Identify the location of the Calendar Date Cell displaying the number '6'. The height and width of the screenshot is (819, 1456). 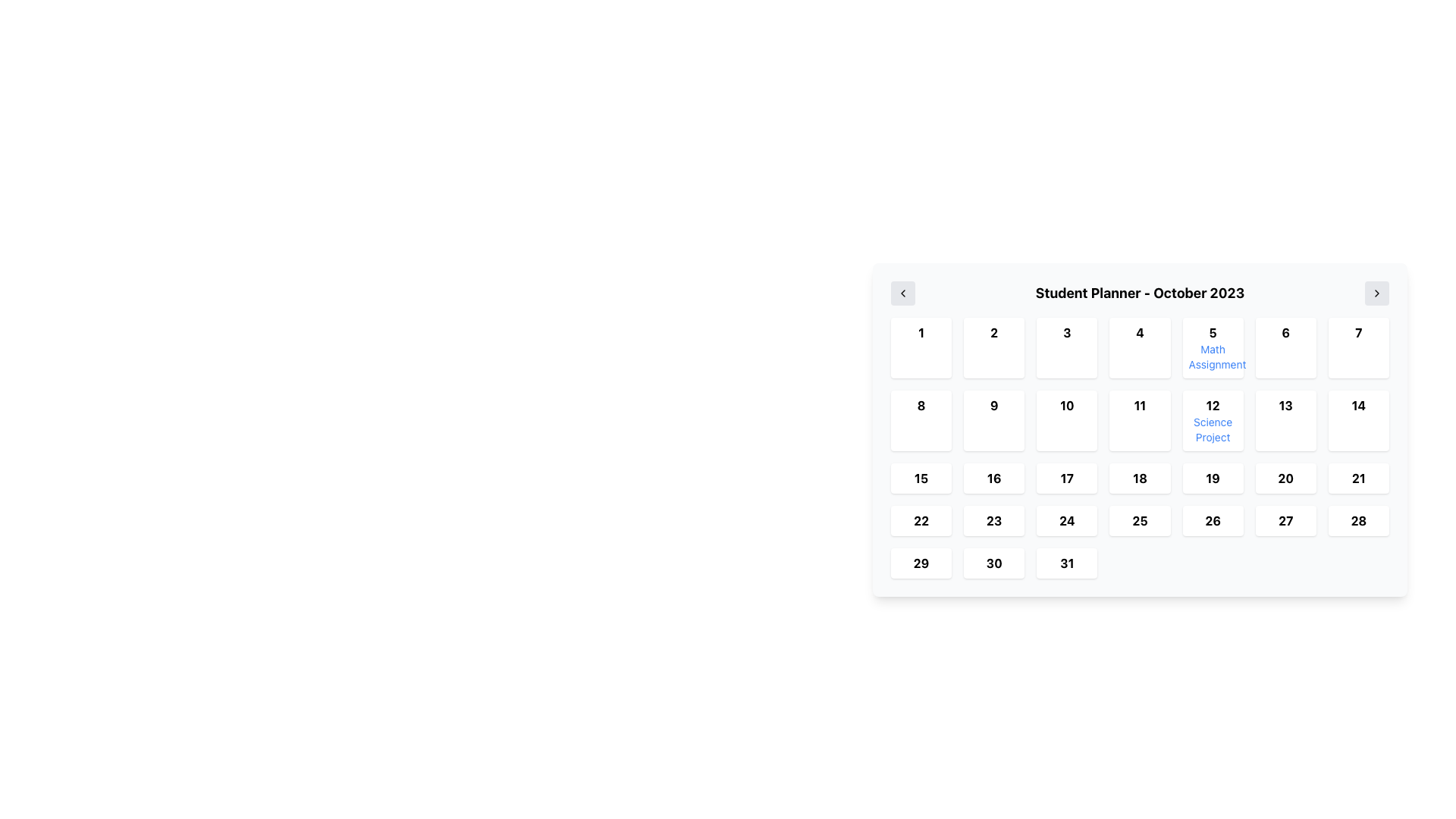
(1285, 348).